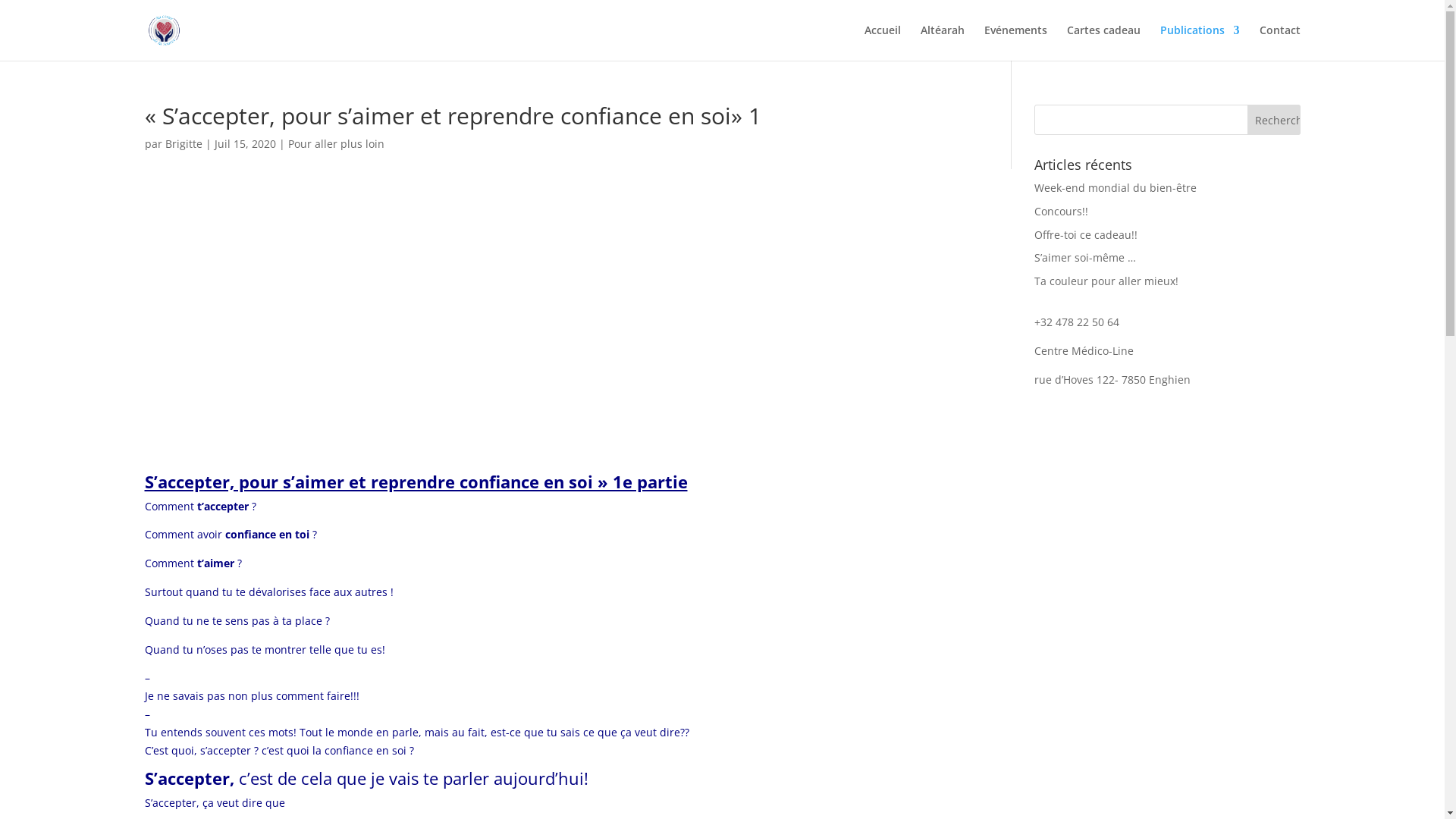 This screenshot has width=1456, height=819. What do you see at coordinates (1259, 42) in the screenshot?
I see `'Contact'` at bounding box center [1259, 42].